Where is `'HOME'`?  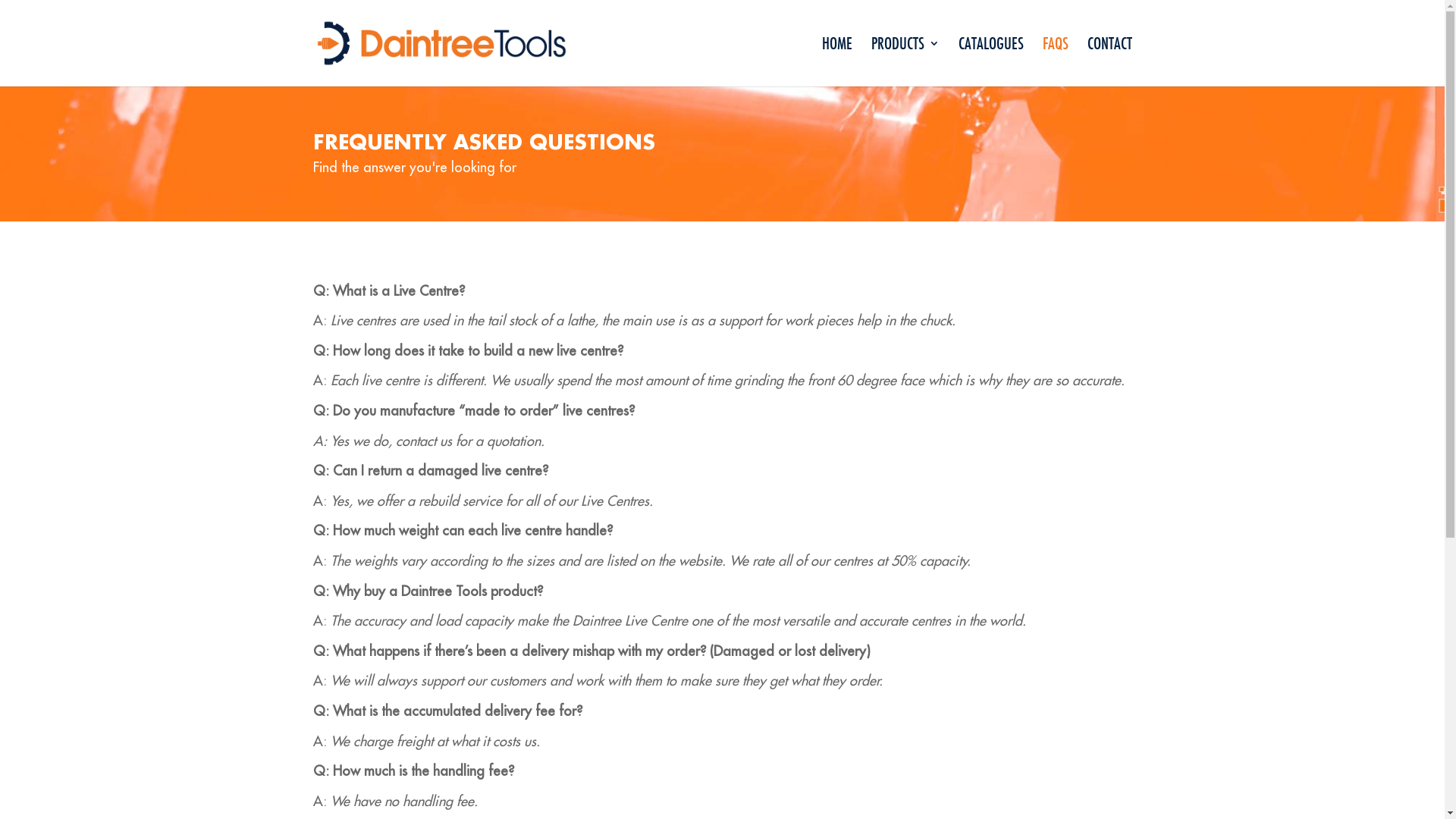 'HOME' is located at coordinates (836, 61).